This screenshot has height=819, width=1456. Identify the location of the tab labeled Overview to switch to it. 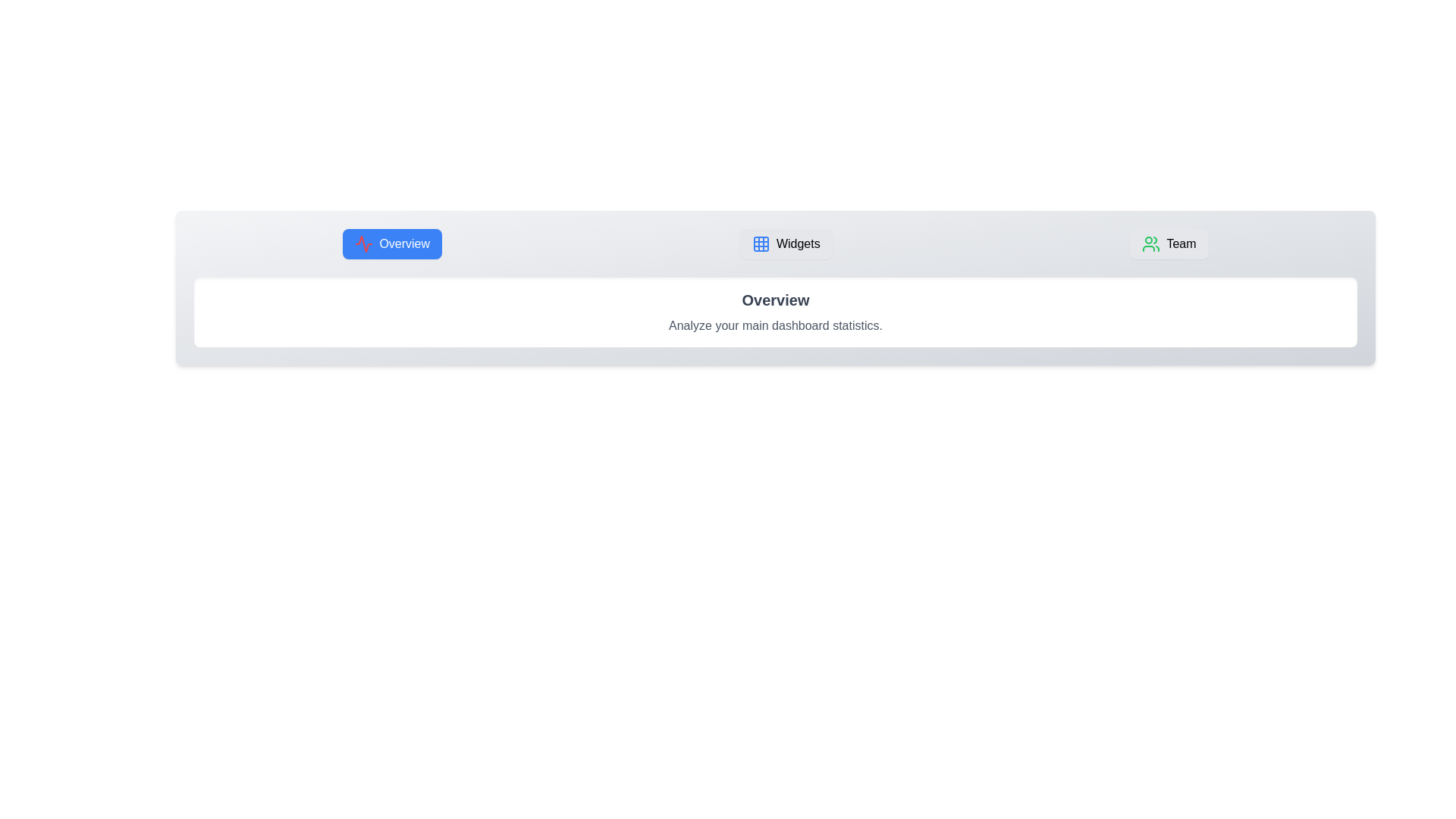
(392, 243).